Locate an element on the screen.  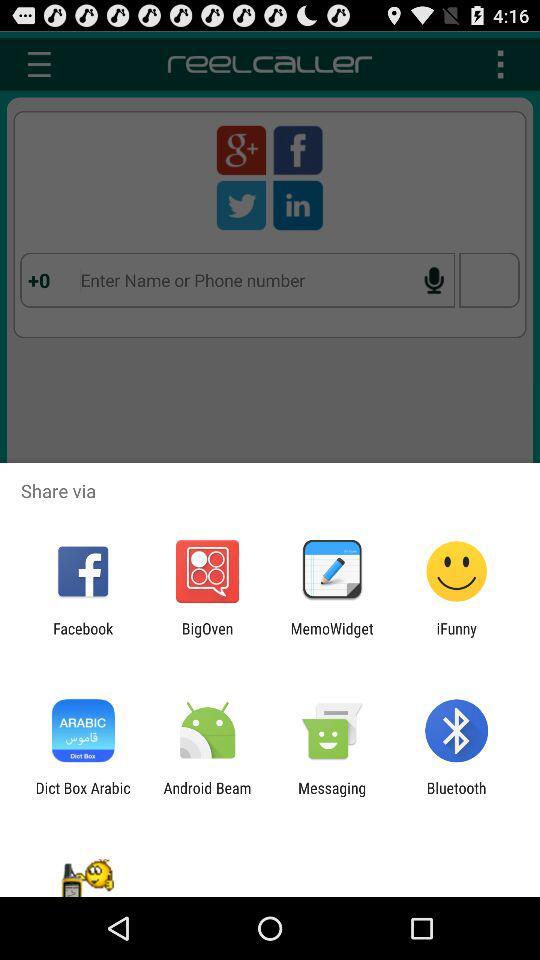
app next to memowidget app is located at coordinates (206, 636).